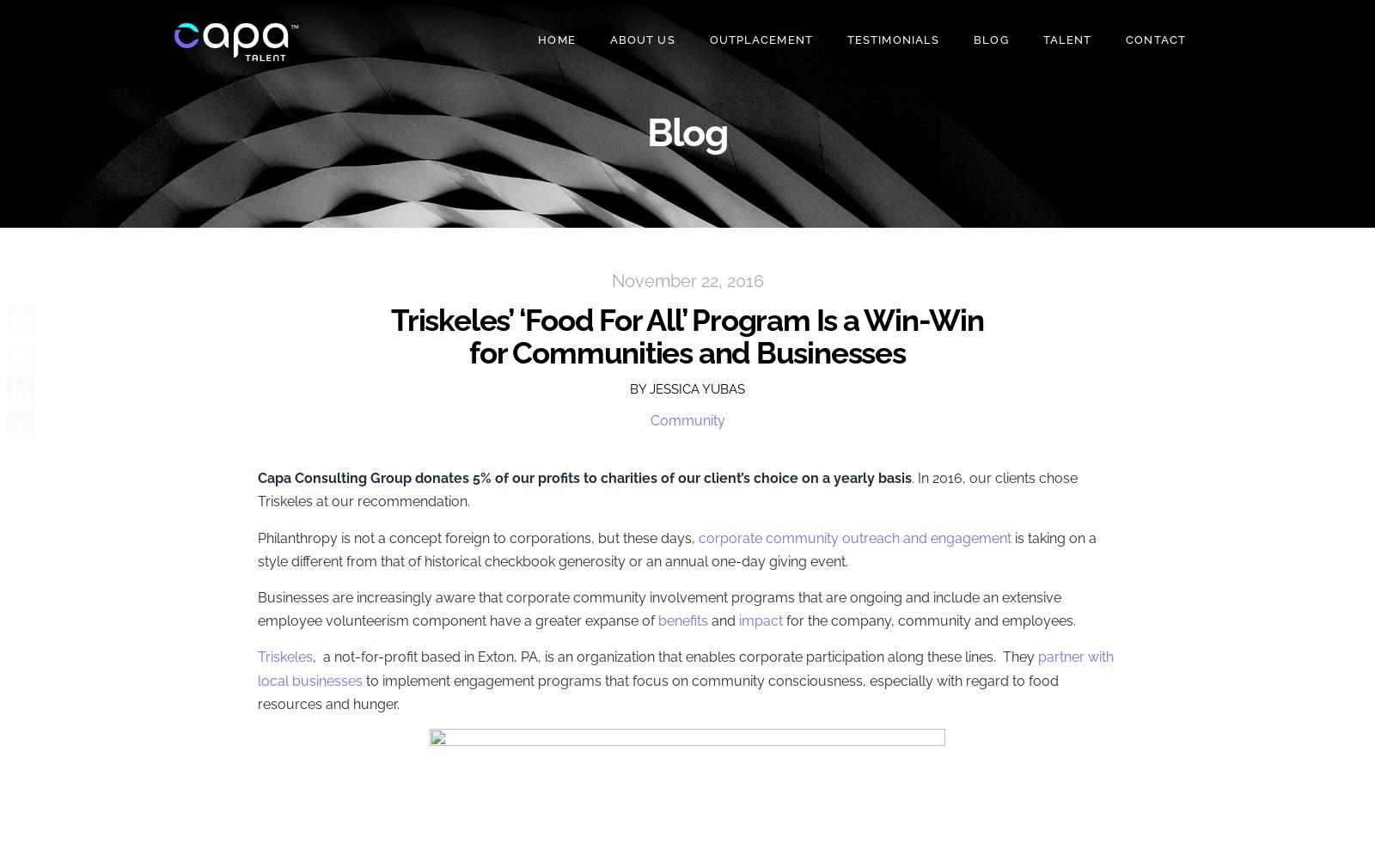  I want to click on 'Businesses are increasingly aware that corporate community involvement programs that are ongoing and include an extensive employee volunteerism component have a greater expanse of', so click(659, 608).